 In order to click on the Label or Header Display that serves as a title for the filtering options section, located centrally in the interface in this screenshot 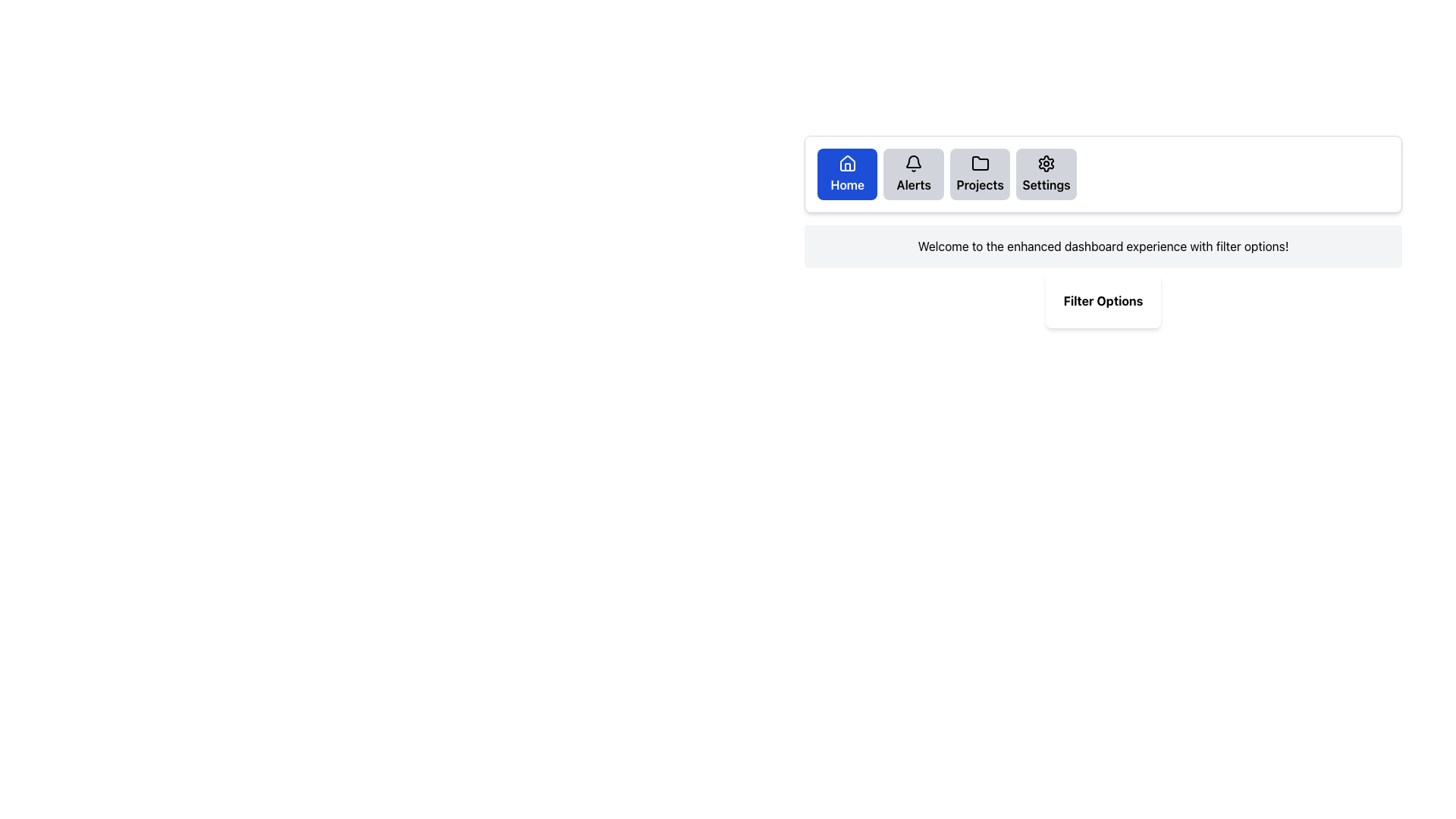, I will do `click(1103, 300)`.